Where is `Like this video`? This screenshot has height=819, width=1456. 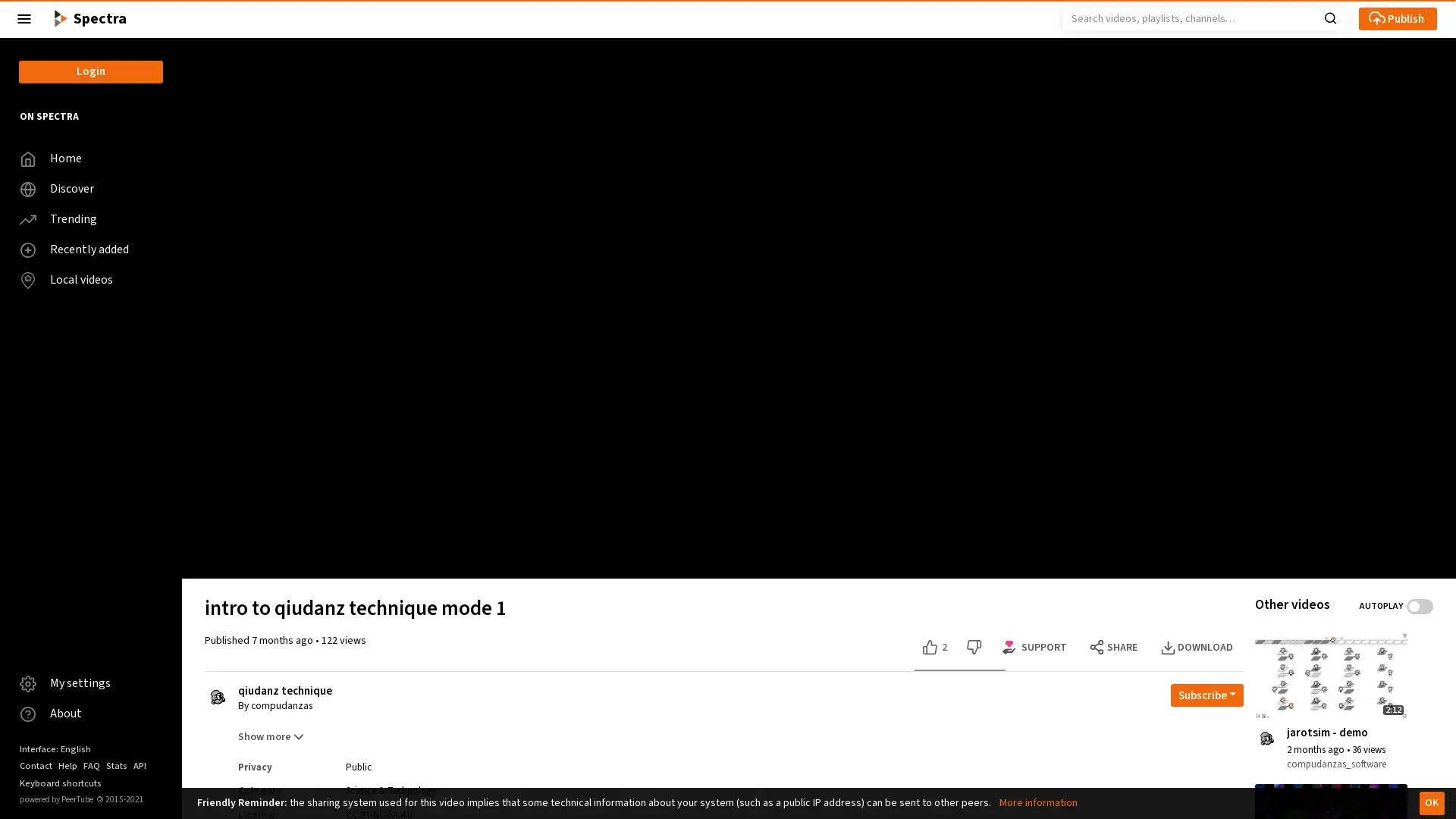
Like this video is located at coordinates (935, 647).